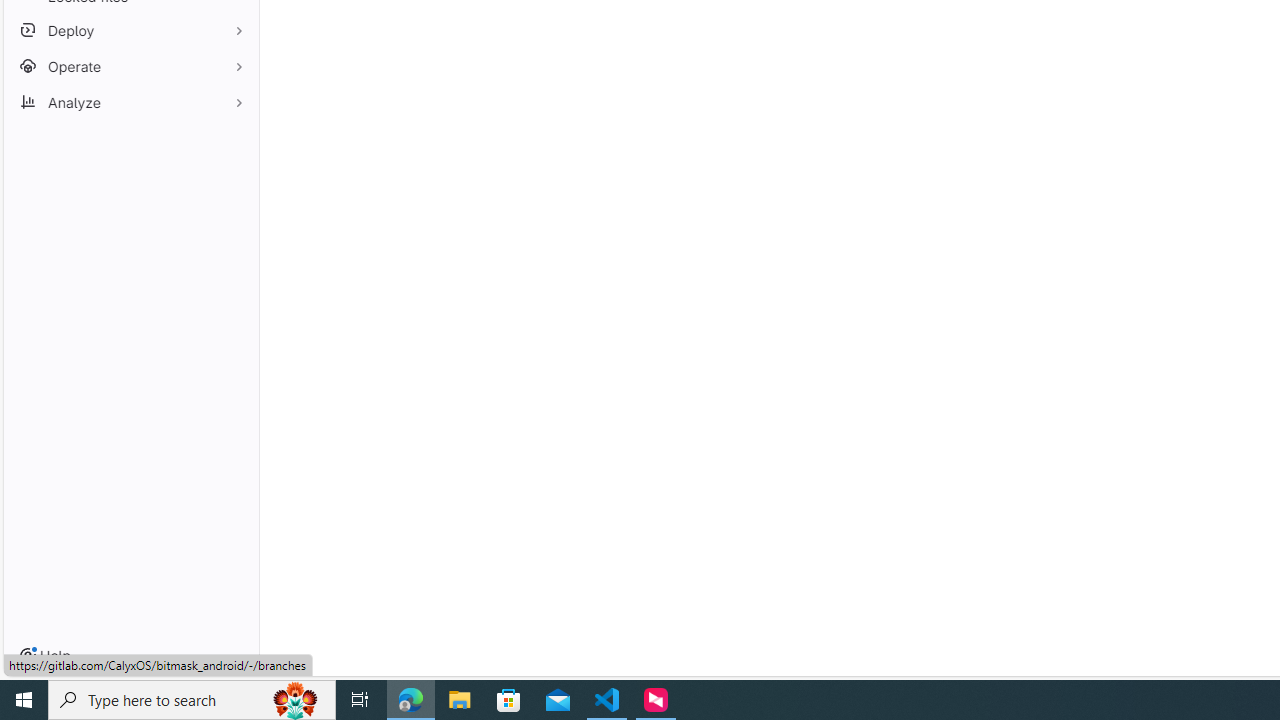  What do you see at coordinates (130, 102) in the screenshot?
I see `'Analyze'` at bounding box center [130, 102].